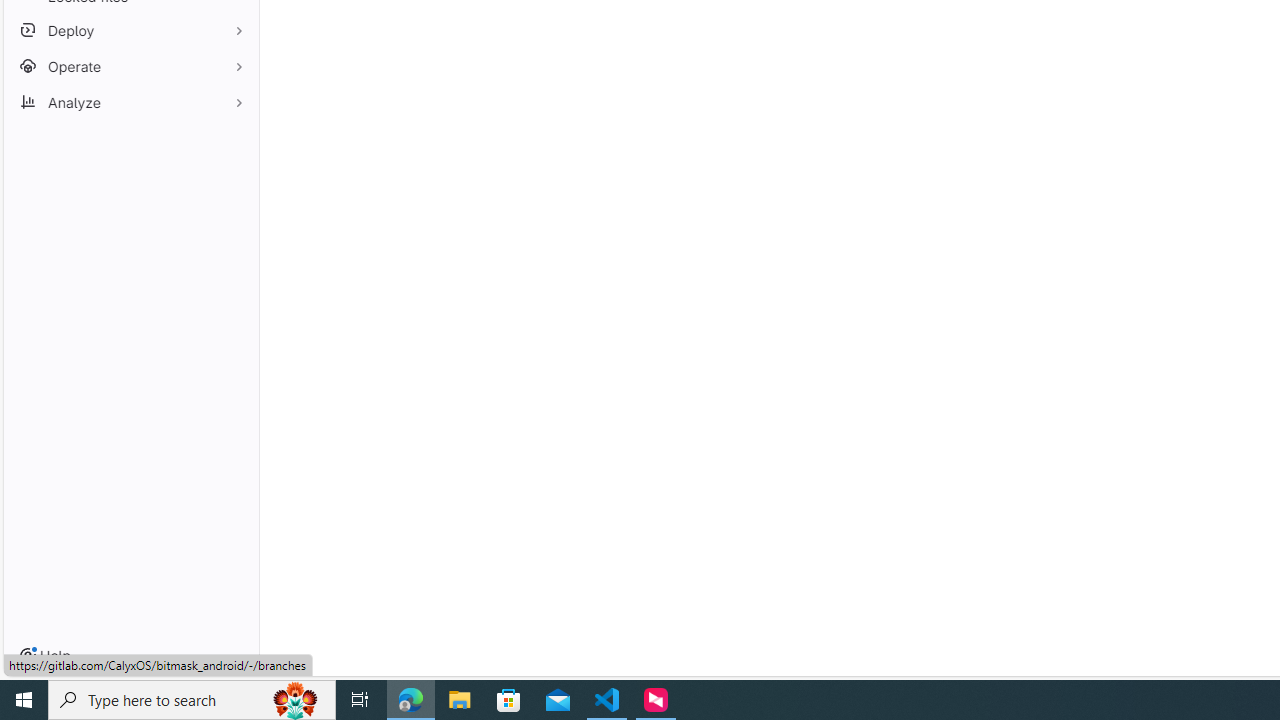  What do you see at coordinates (130, 102) in the screenshot?
I see `'Analyze'` at bounding box center [130, 102].